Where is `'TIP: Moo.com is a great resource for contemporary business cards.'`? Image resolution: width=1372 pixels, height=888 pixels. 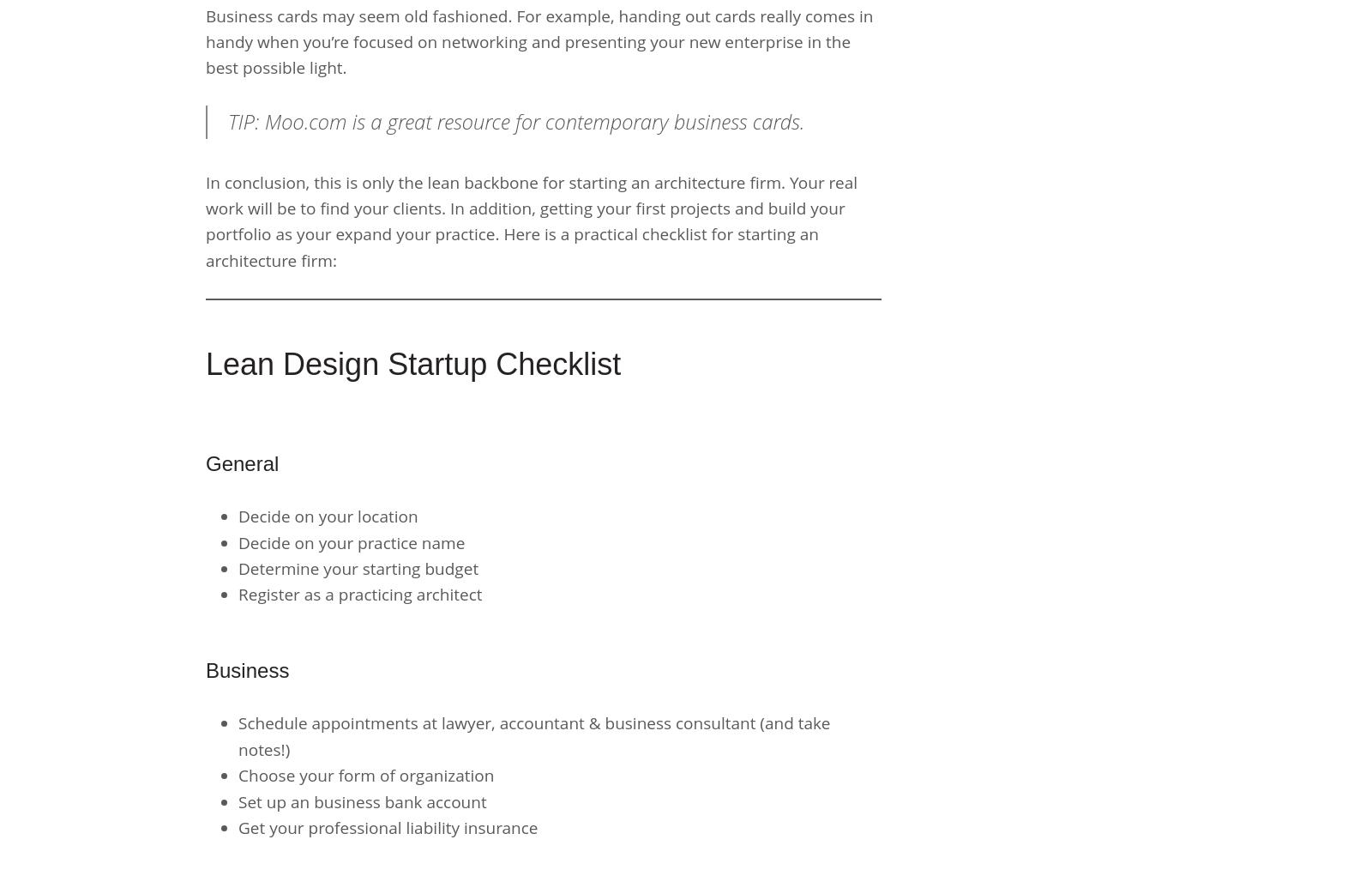
'TIP: Moo.com is a great resource for contemporary business cards.' is located at coordinates (228, 121).